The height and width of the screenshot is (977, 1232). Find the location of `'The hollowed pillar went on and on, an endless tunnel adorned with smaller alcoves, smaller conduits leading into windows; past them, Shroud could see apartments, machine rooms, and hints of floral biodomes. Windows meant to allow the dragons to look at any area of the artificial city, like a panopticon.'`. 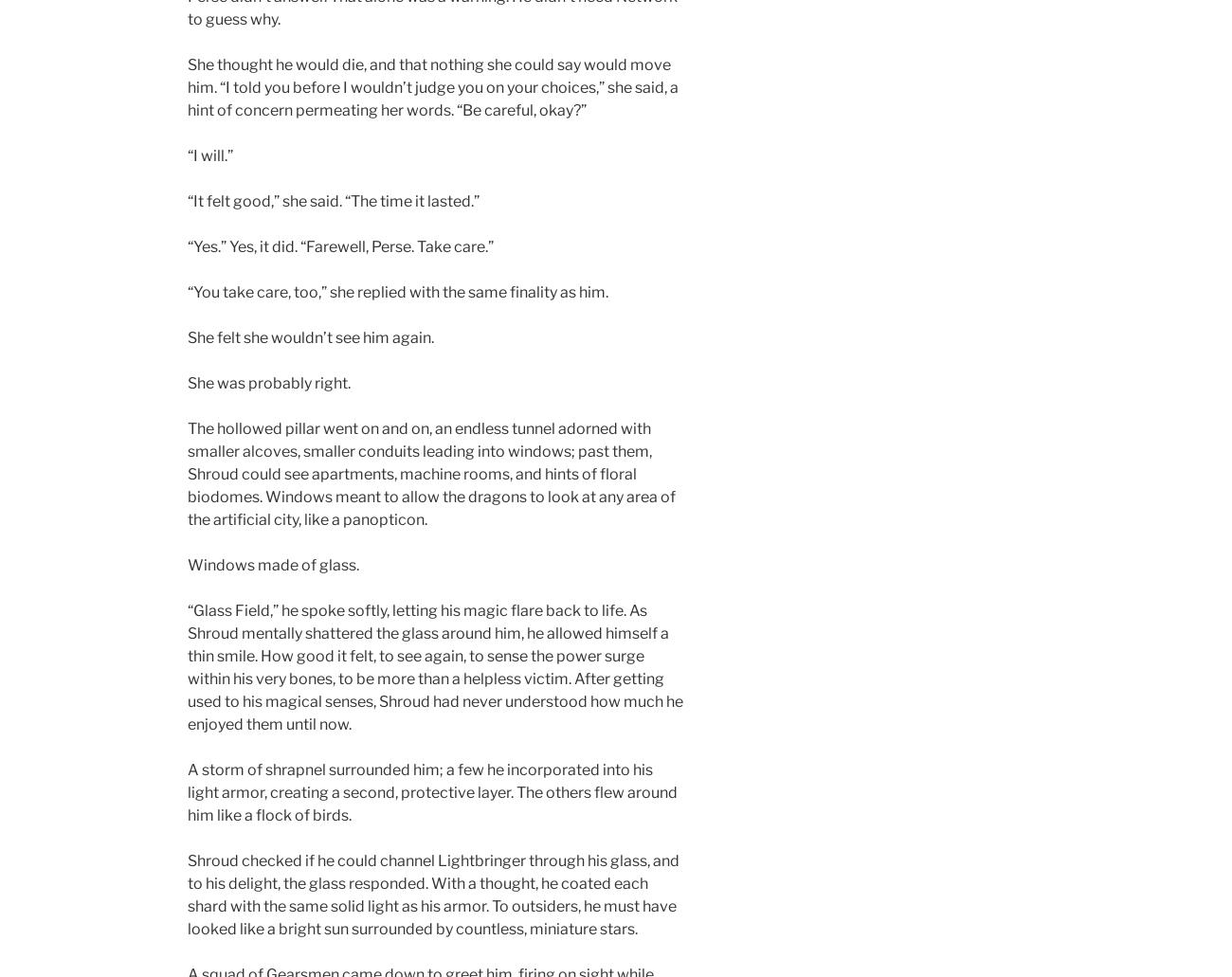

'The hollowed pillar went on and on, an endless tunnel adorned with smaller alcoves, smaller conduits leading into windows; past them, Shroud could see apartments, machine rooms, and hints of floral biodomes. Windows meant to allow the dragons to look at any area of the artificial city, like a panopticon.' is located at coordinates (430, 474).